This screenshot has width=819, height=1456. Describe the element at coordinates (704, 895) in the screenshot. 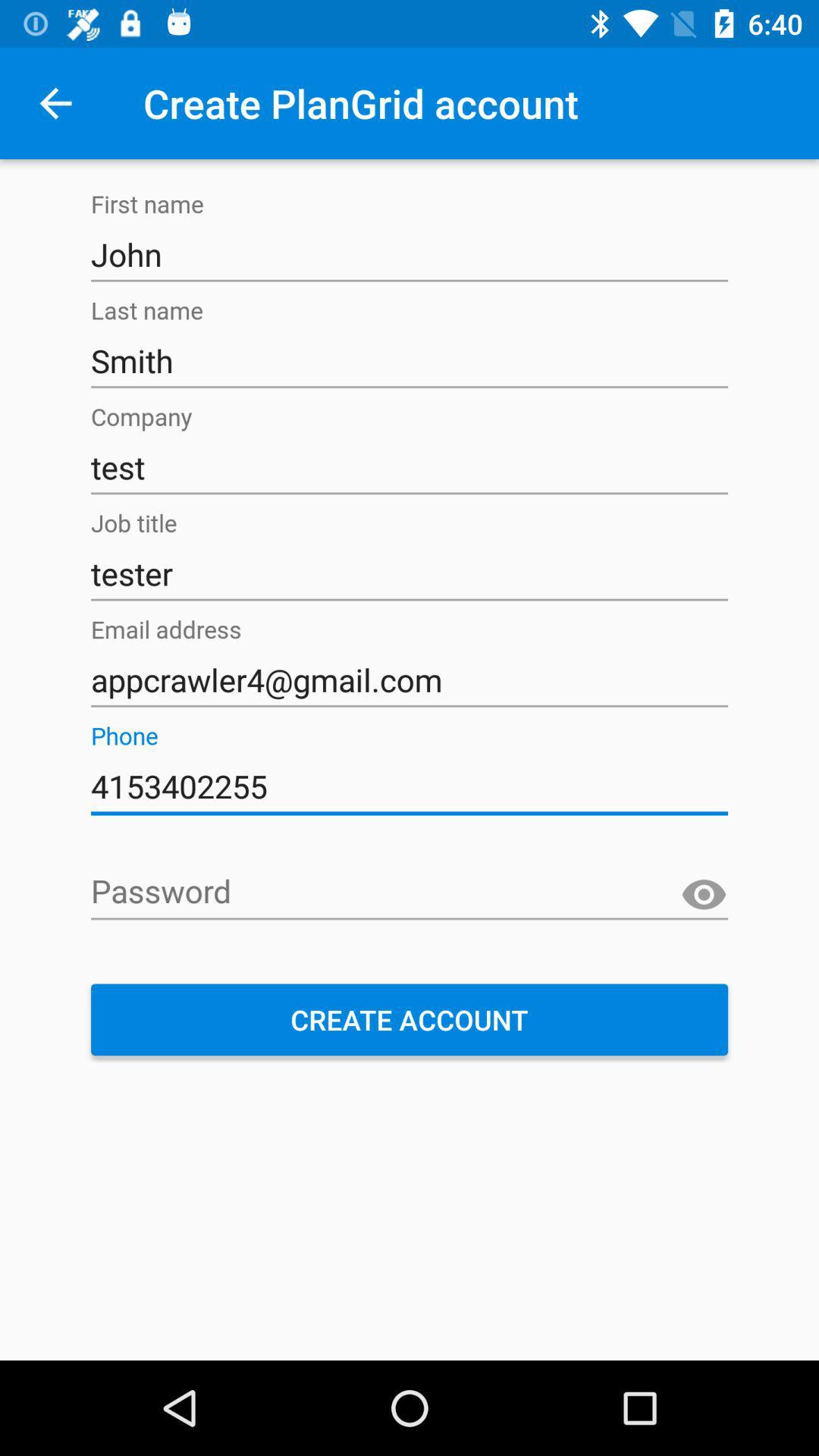

I see `the visibility icon` at that location.